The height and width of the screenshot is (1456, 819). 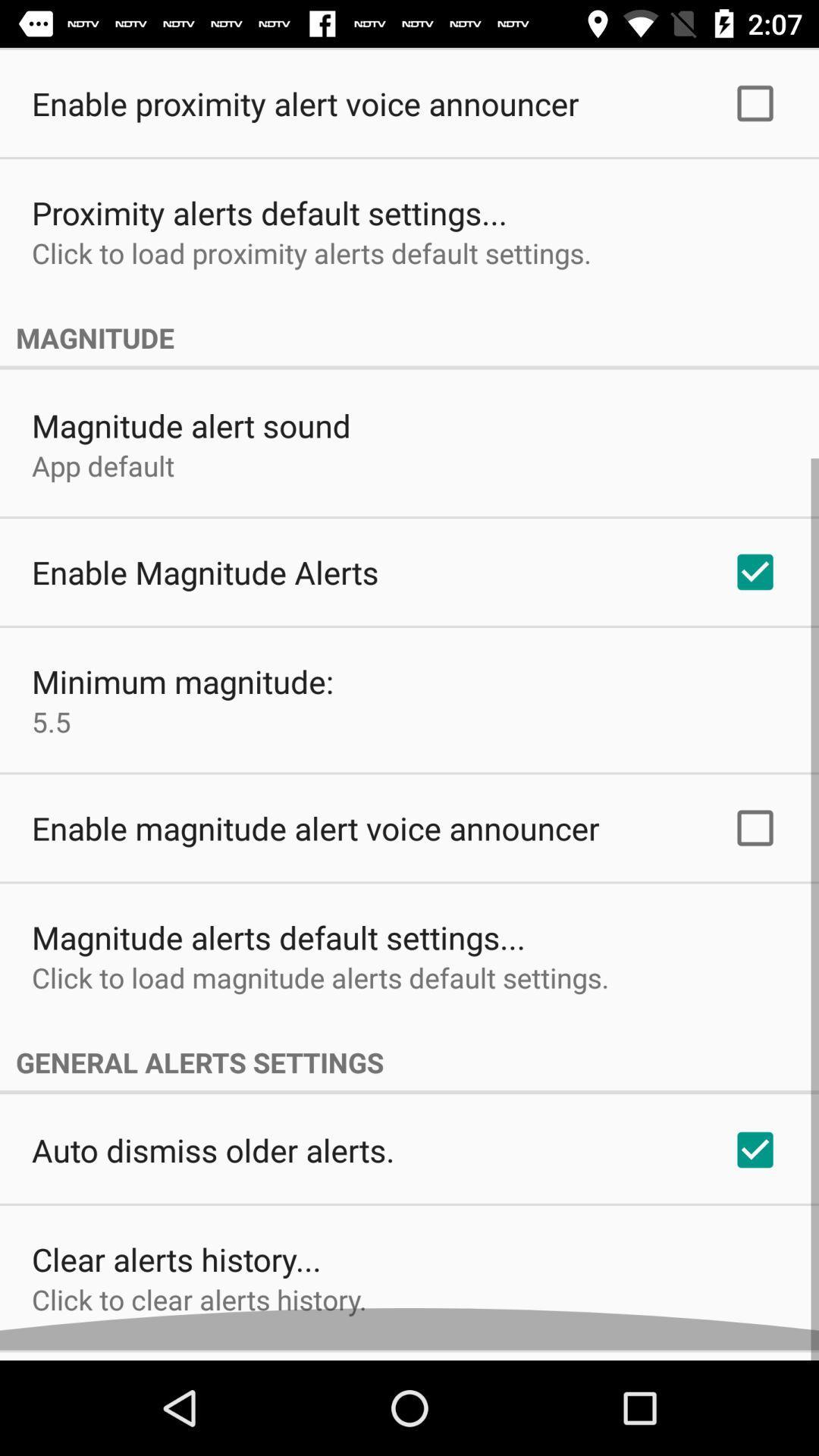 I want to click on app below the minimum magnitude: item, so click(x=50, y=732).